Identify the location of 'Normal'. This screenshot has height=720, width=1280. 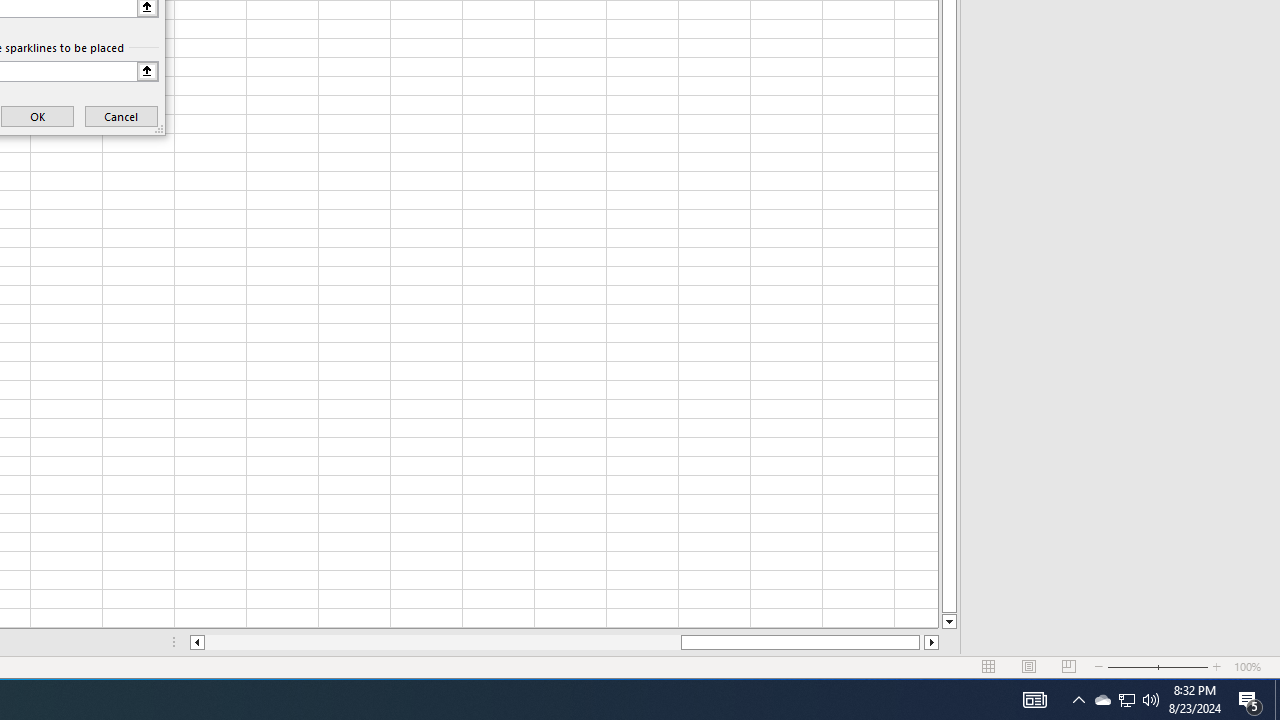
(988, 667).